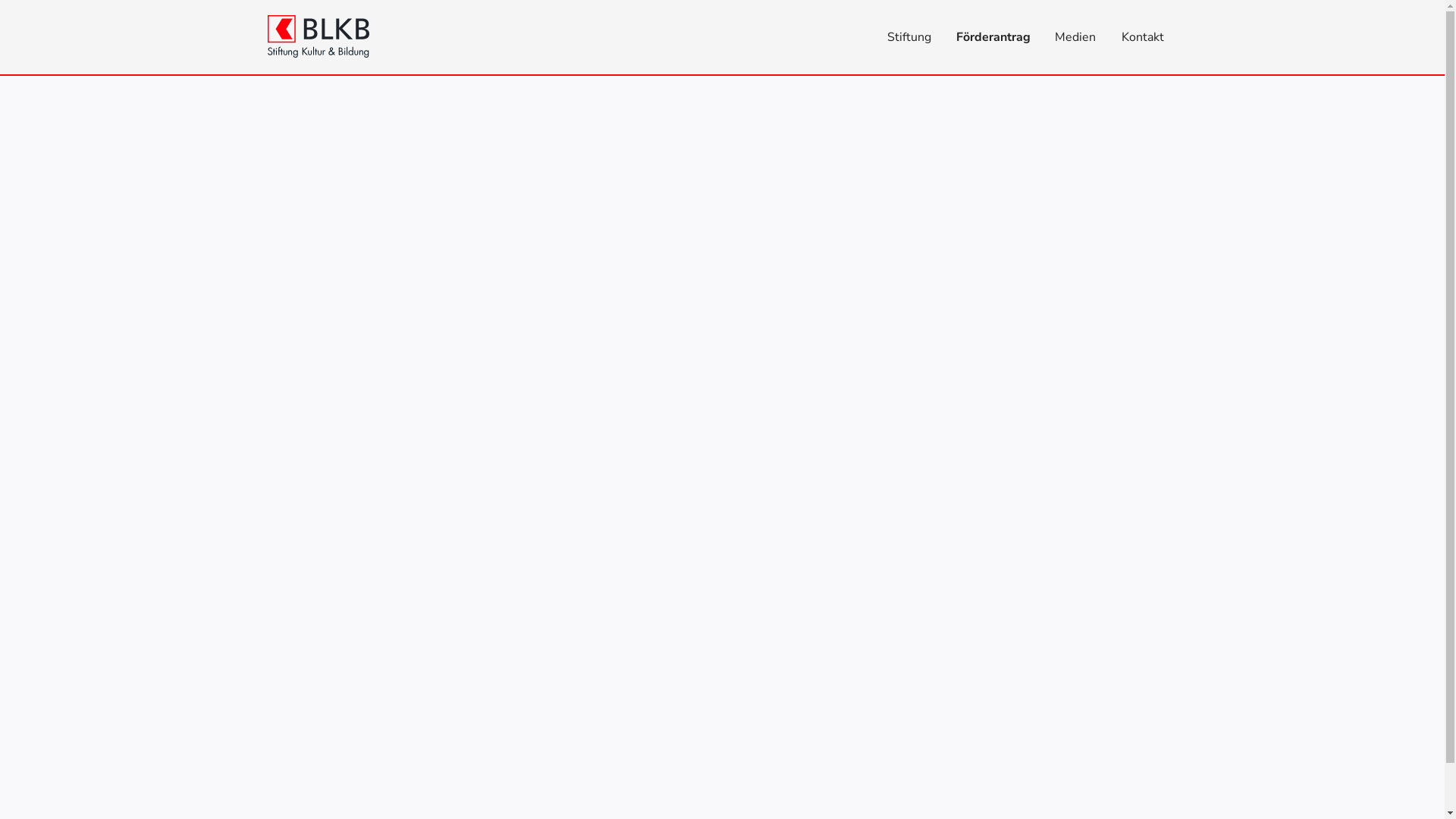  Describe the element at coordinates (1074, 35) in the screenshot. I see `'Medien'` at that location.